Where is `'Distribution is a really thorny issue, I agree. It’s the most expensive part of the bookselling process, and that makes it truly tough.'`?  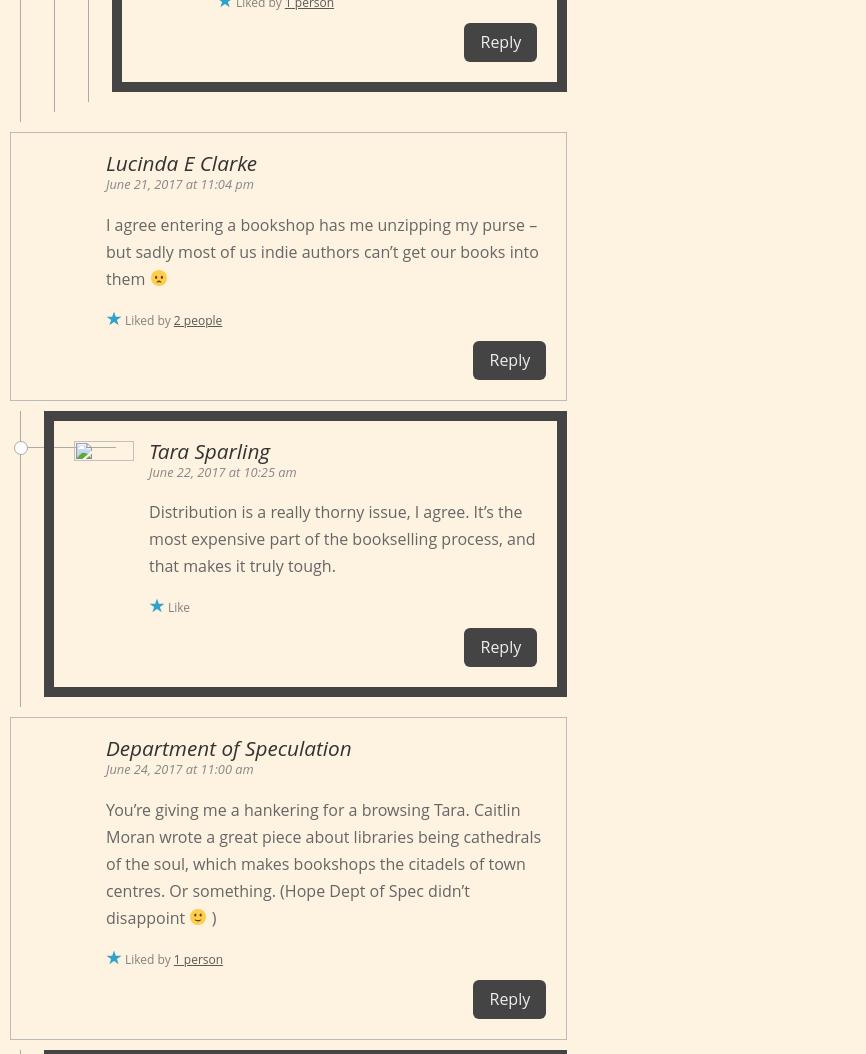
'Distribution is a really thorny issue, I agree. It’s the most expensive part of the bookselling process, and that makes it truly tough.' is located at coordinates (149, 539).